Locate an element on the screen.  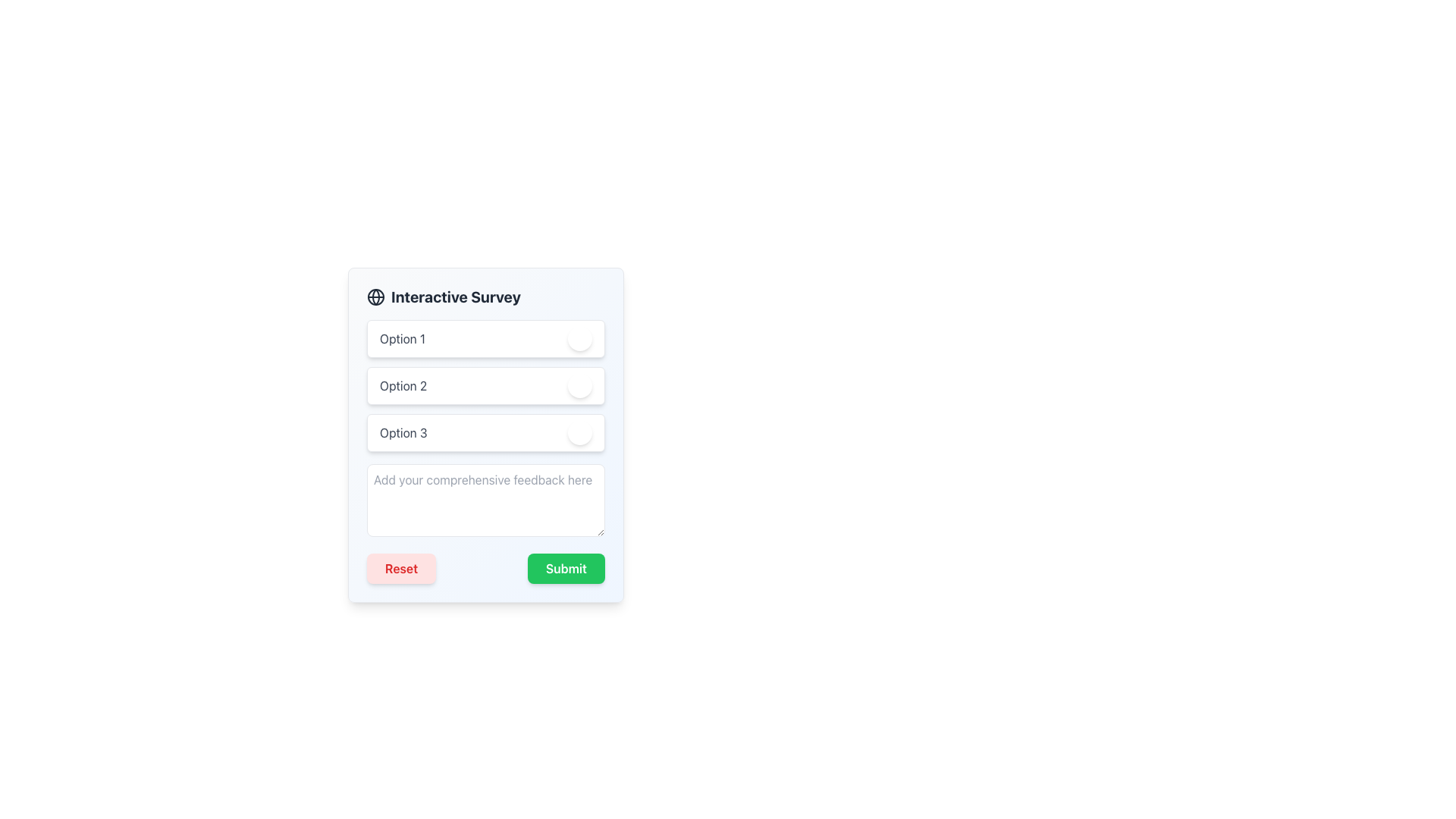
the 'Submit' button located at the bottom-right of the panel is located at coordinates (565, 568).